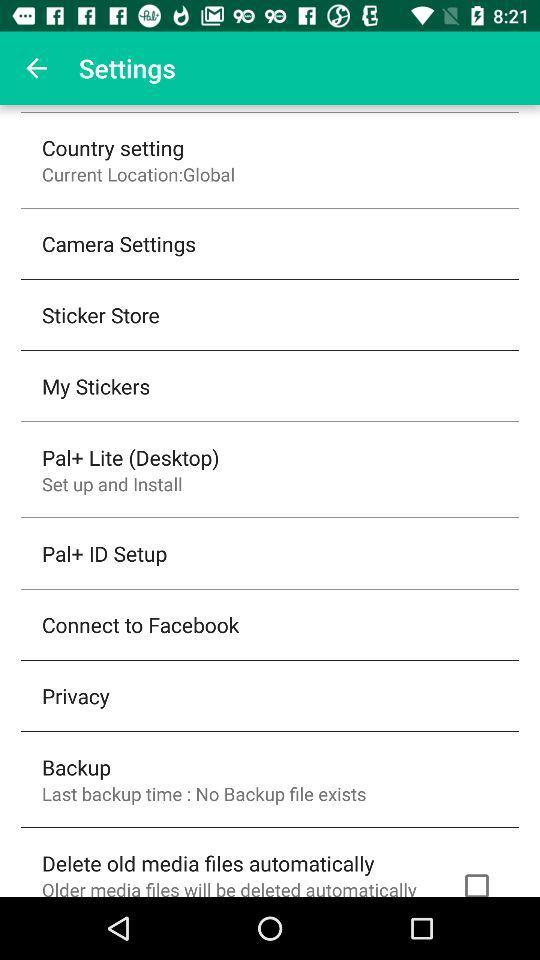  Describe the element at coordinates (99, 314) in the screenshot. I see `the item below the camera settings item` at that location.